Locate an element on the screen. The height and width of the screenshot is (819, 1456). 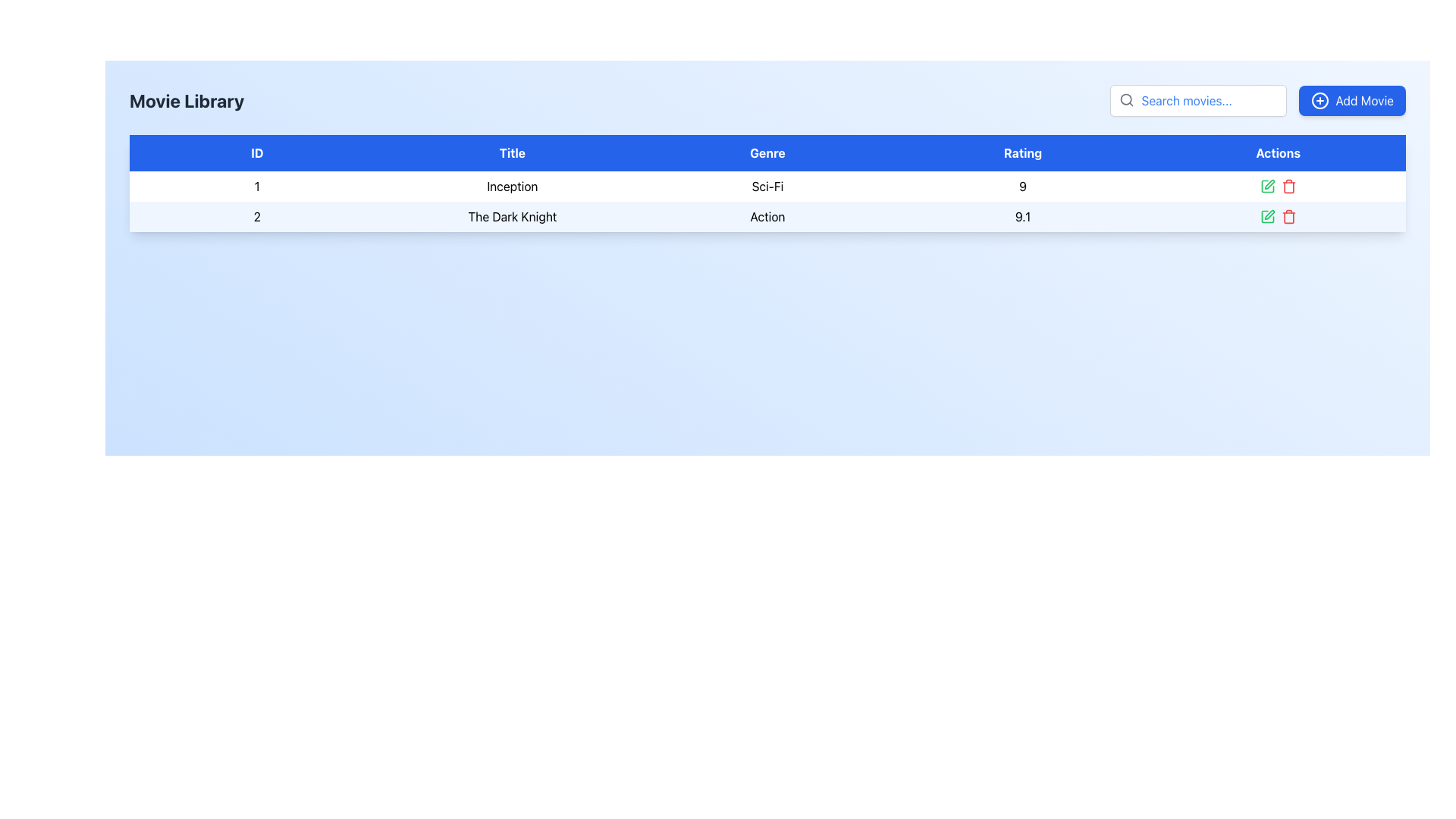
the Text Label displaying the number '9' in the light blue row of the table under the 'Rating' column is located at coordinates (1022, 186).